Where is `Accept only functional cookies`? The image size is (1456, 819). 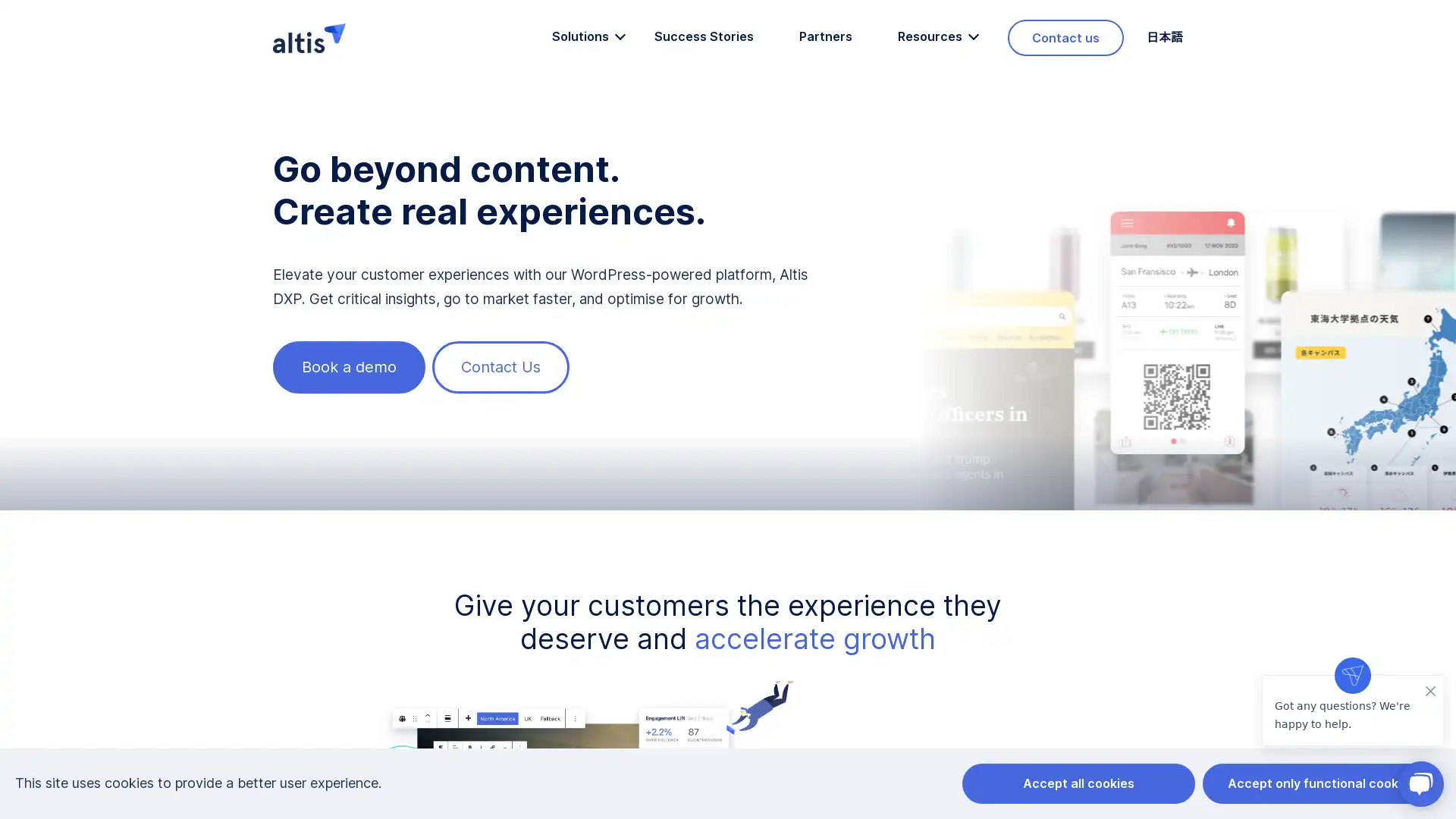
Accept only functional cookies is located at coordinates (1320, 783).